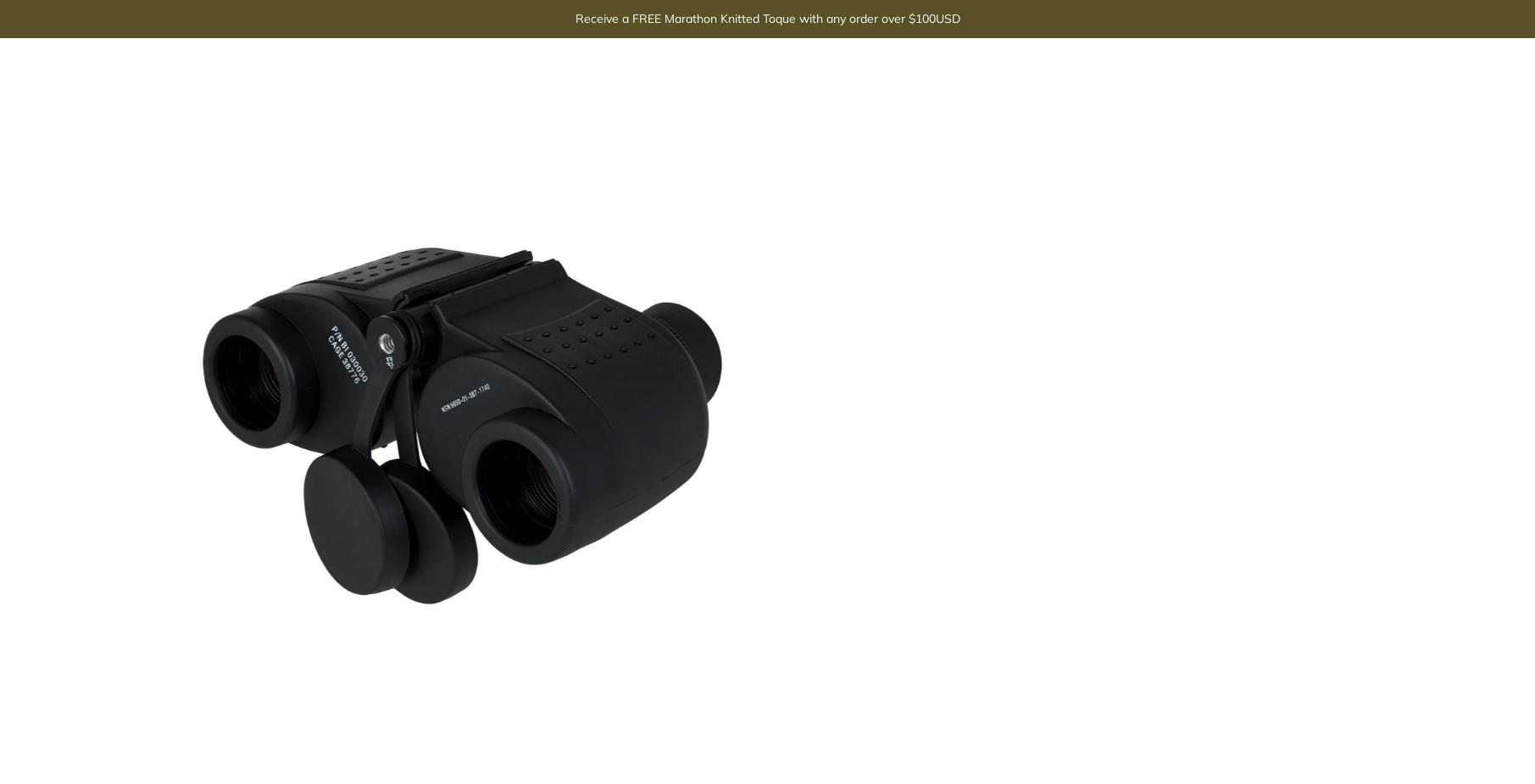 This screenshot has width=1535, height=784. I want to click on 'TRIPOD MOUNT:', so click(940, 193).